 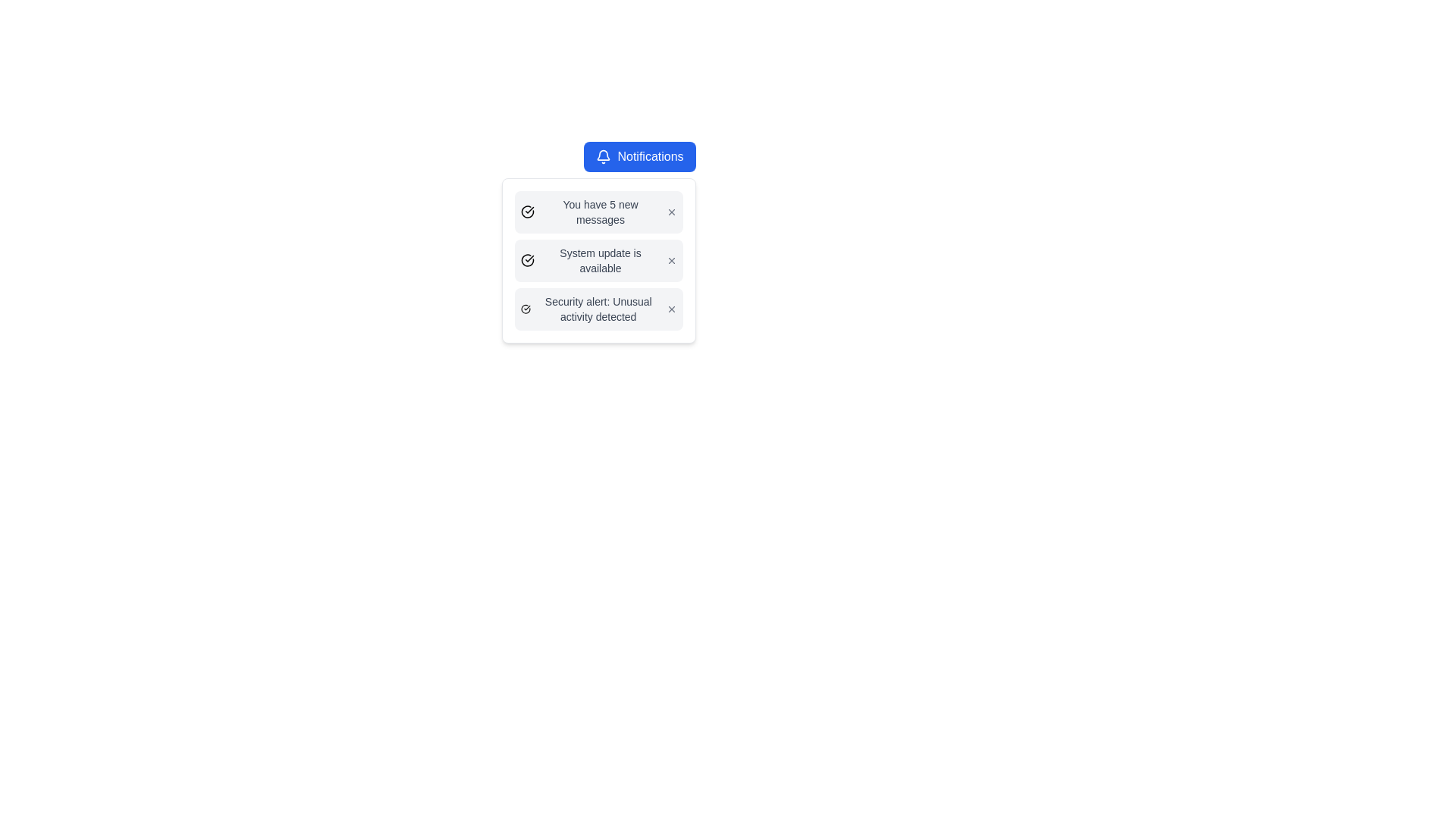 I want to click on the close button located to the right of the 'Security alert: Unusual activity detected' text, so click(x=670, y=309).